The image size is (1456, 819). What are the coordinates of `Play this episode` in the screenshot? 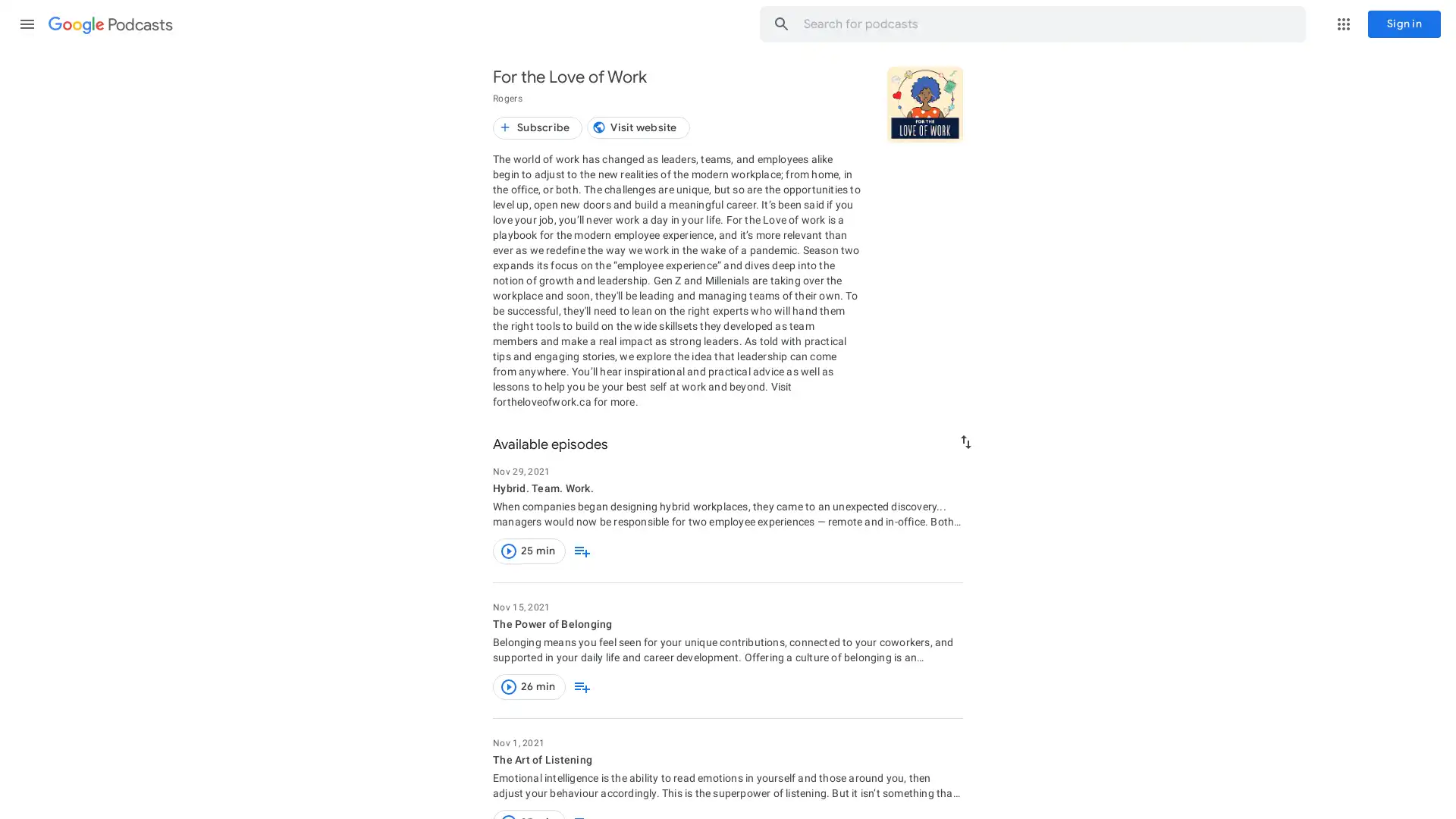 It's located at (509, 687).